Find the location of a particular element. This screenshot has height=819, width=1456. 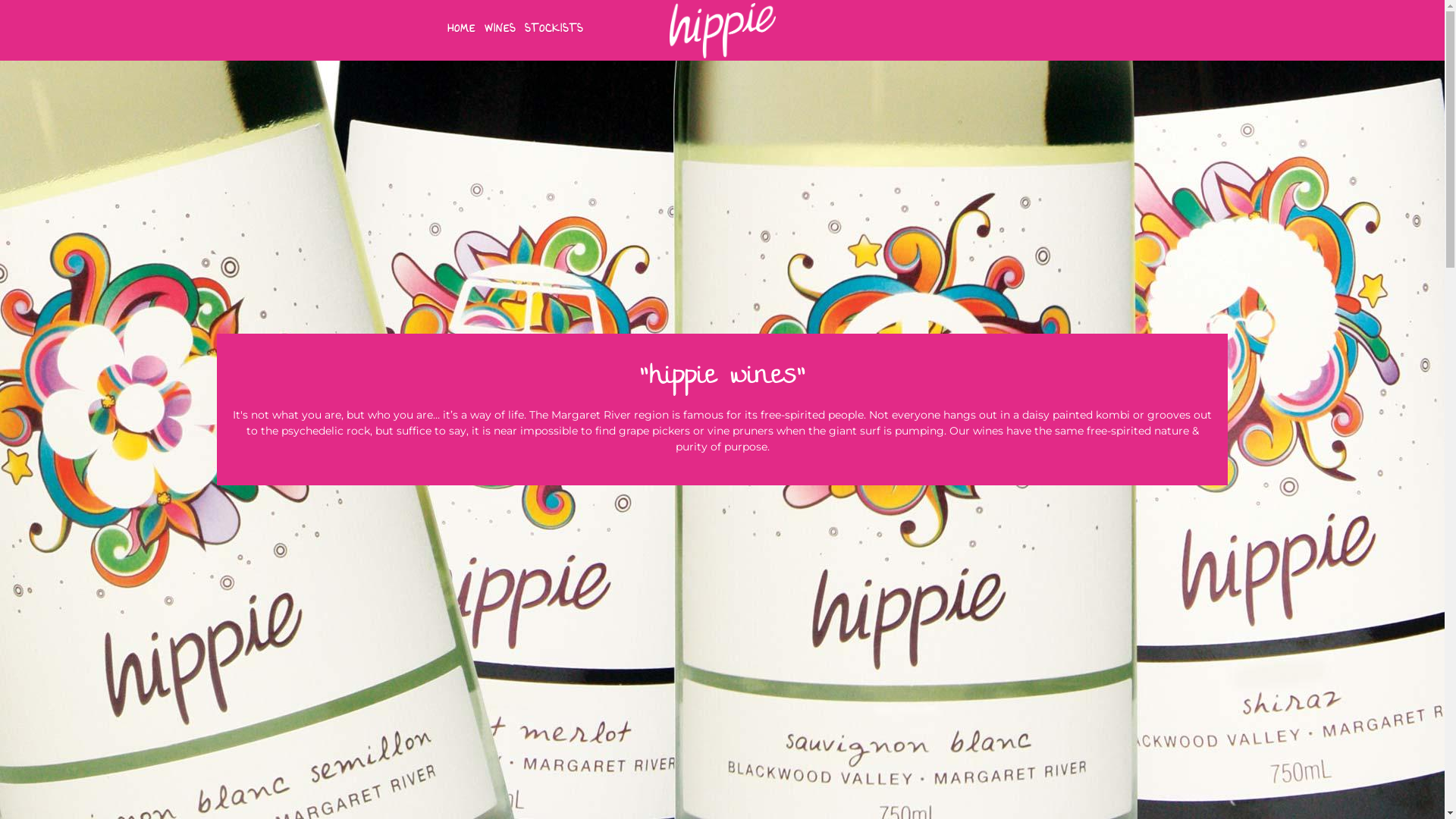

'HOME' is located at coordinates (460, 29).